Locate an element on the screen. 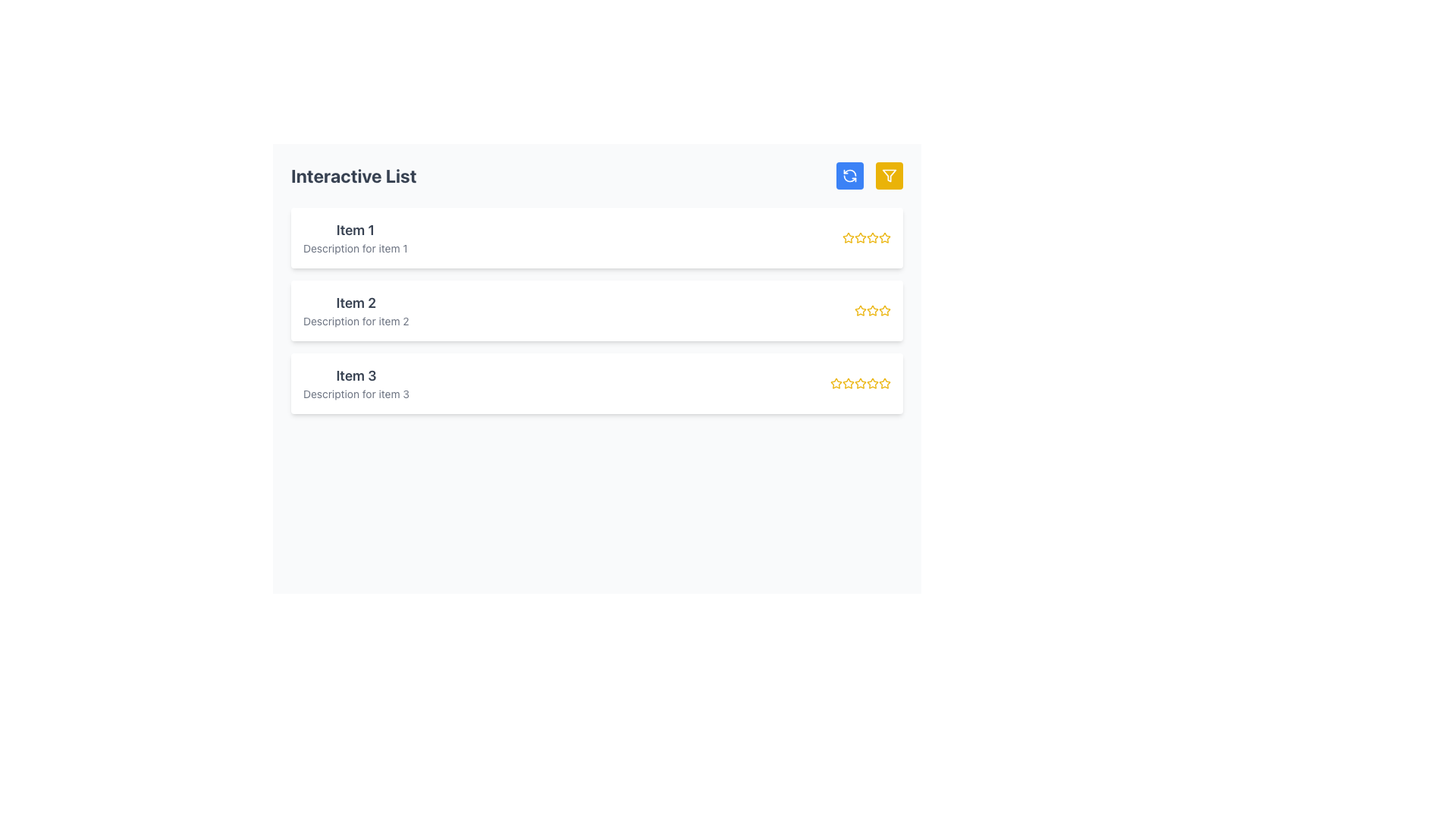  the fourth star icon in the rating section of the third content card is located at coordinates (873, 382).